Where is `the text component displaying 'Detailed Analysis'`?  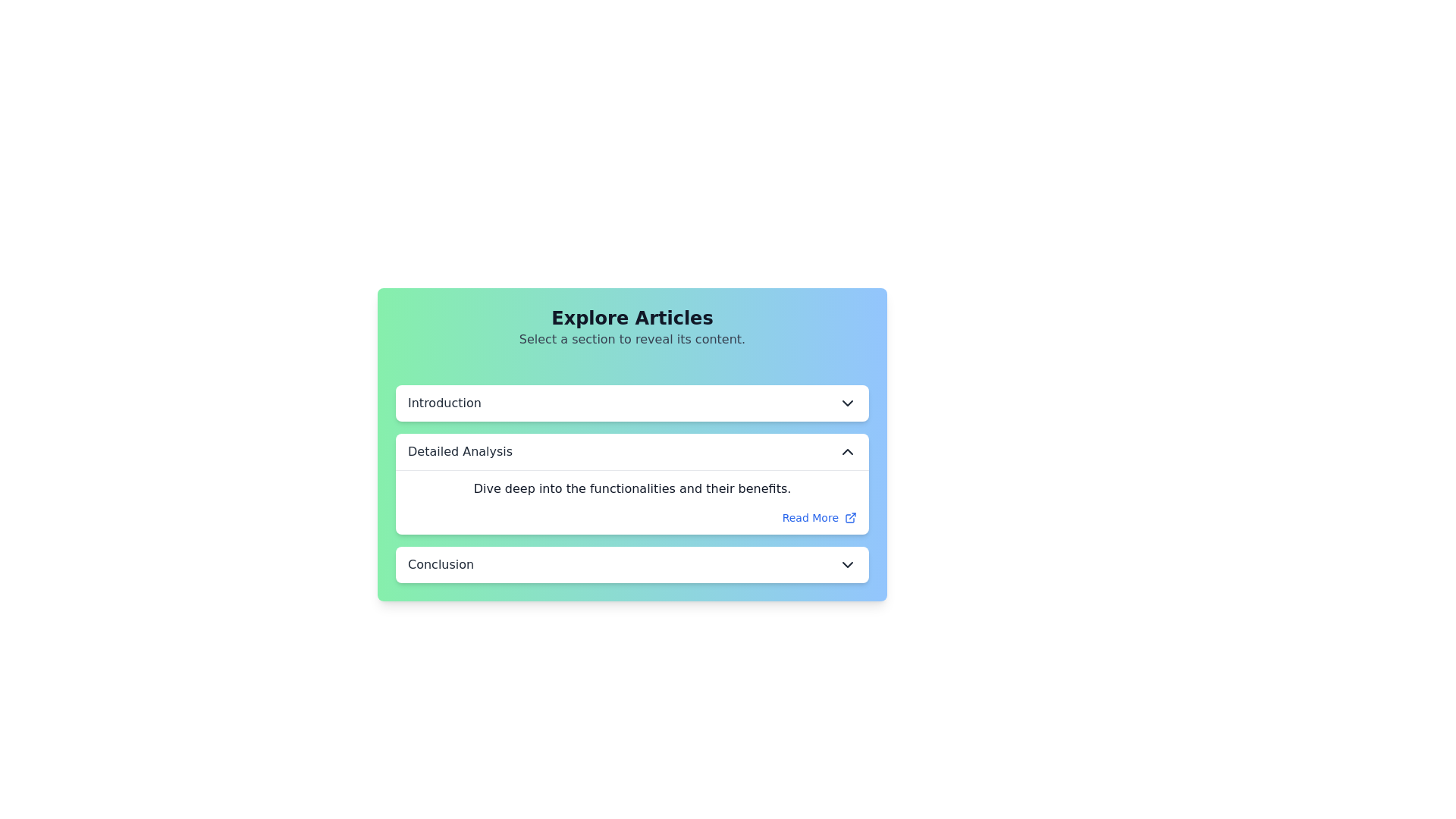
the text component displaying 'Detailed Analysis' is located at coordinates (460, 451).